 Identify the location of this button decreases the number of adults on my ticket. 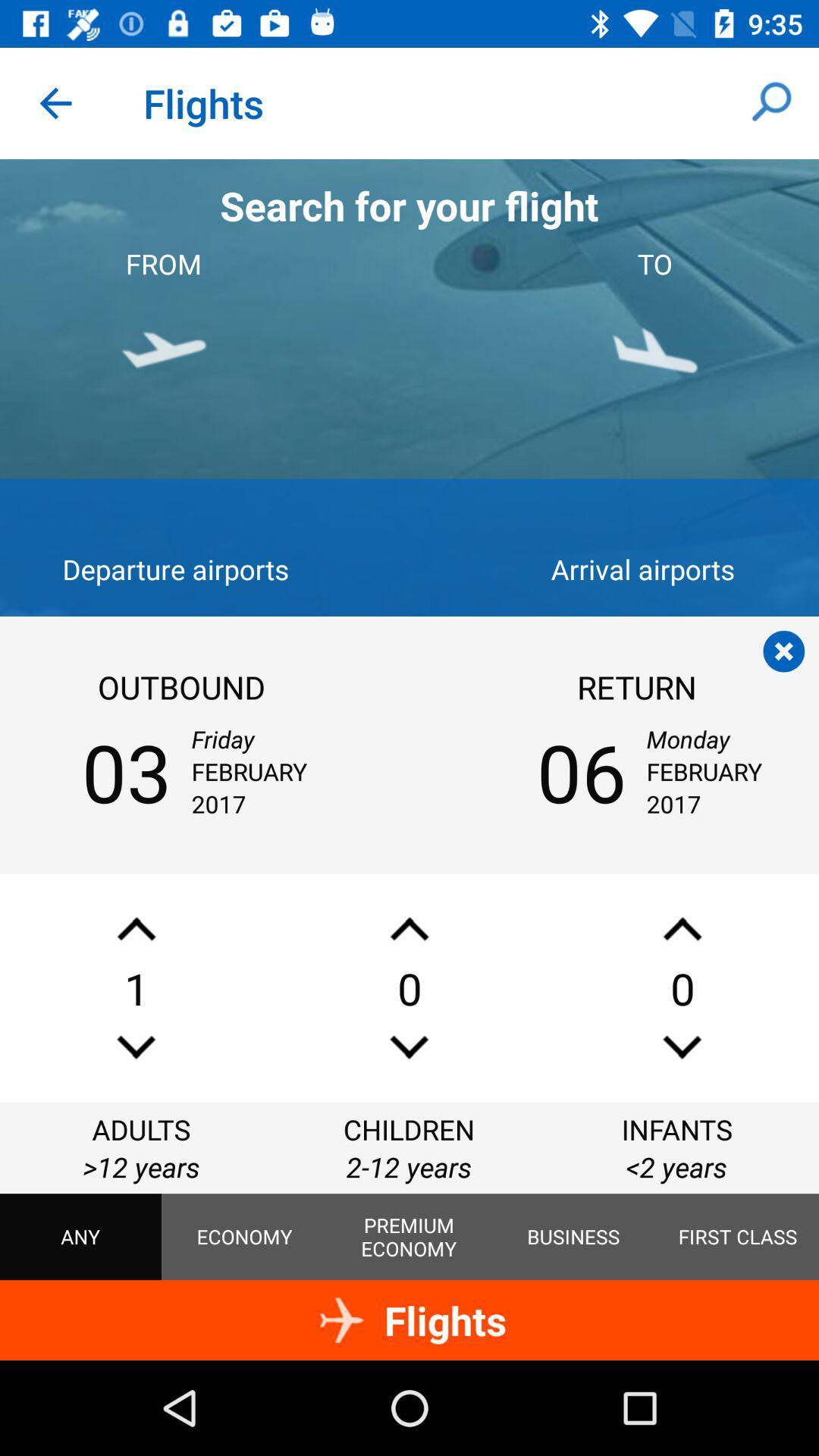
(136, 1046).